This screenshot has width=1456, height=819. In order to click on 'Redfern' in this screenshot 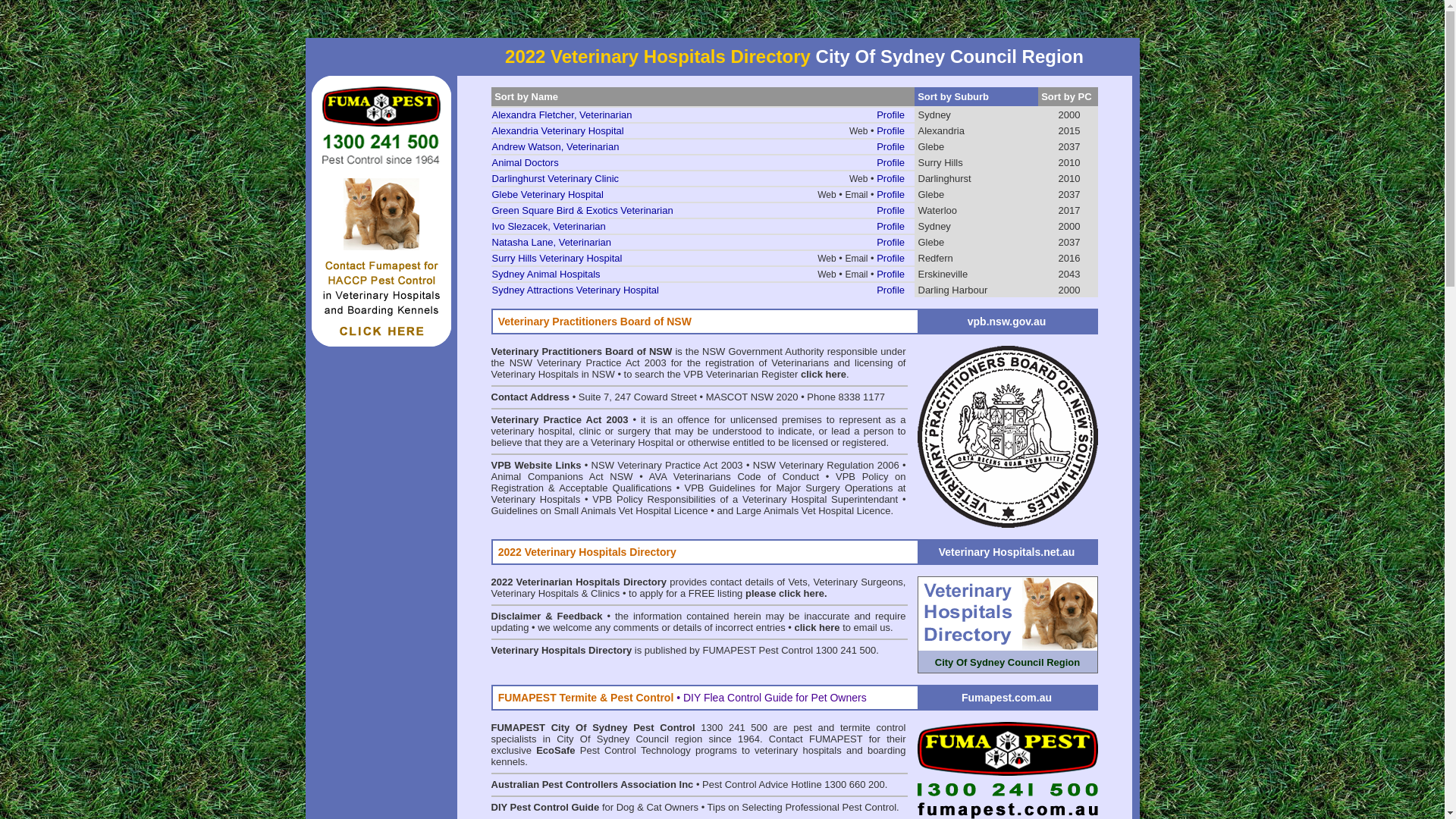, I will do `click(916, 257)`.